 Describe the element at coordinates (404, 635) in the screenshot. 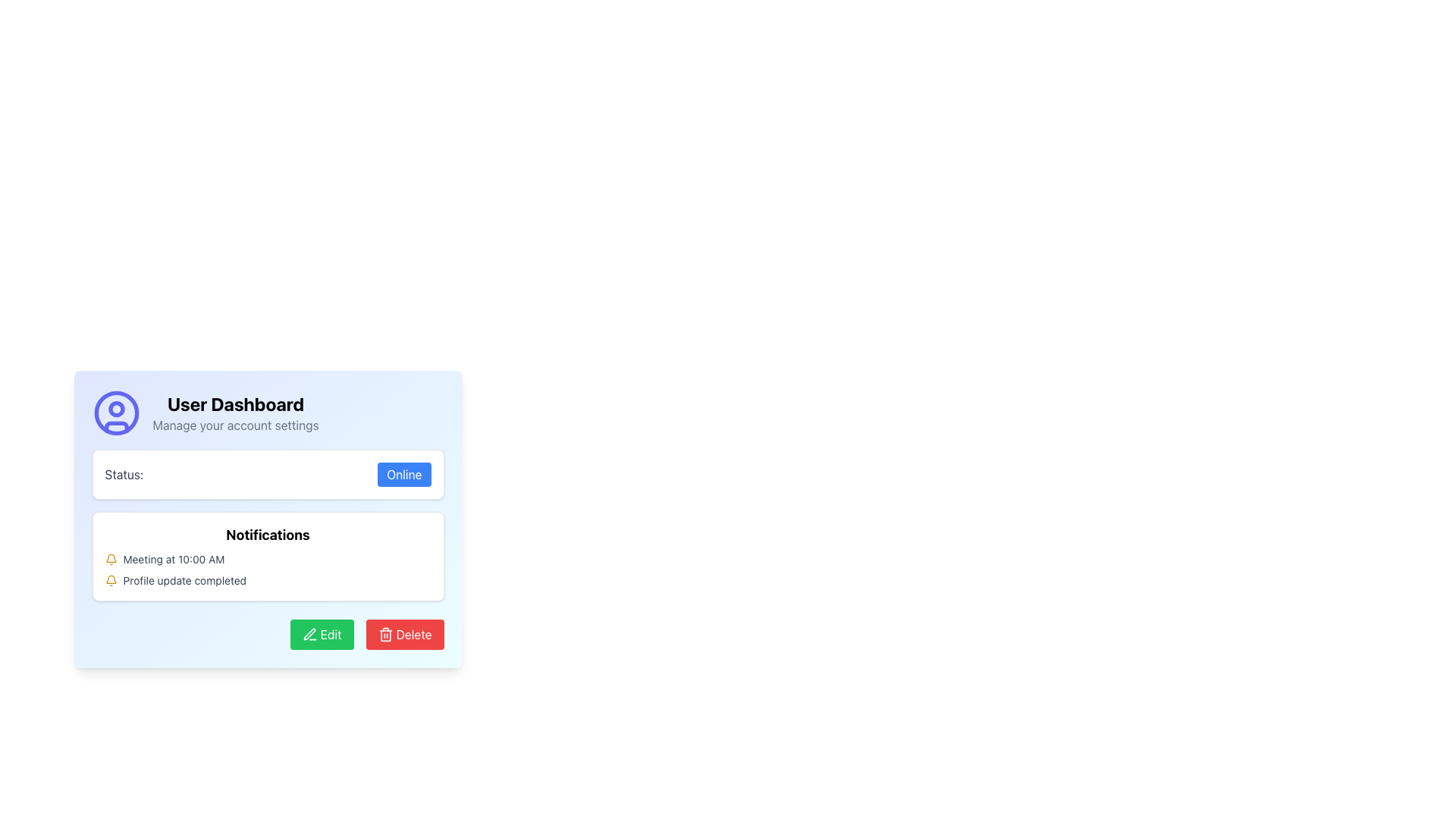

I see `the 'Delete' button with a red background and white text` at that location.